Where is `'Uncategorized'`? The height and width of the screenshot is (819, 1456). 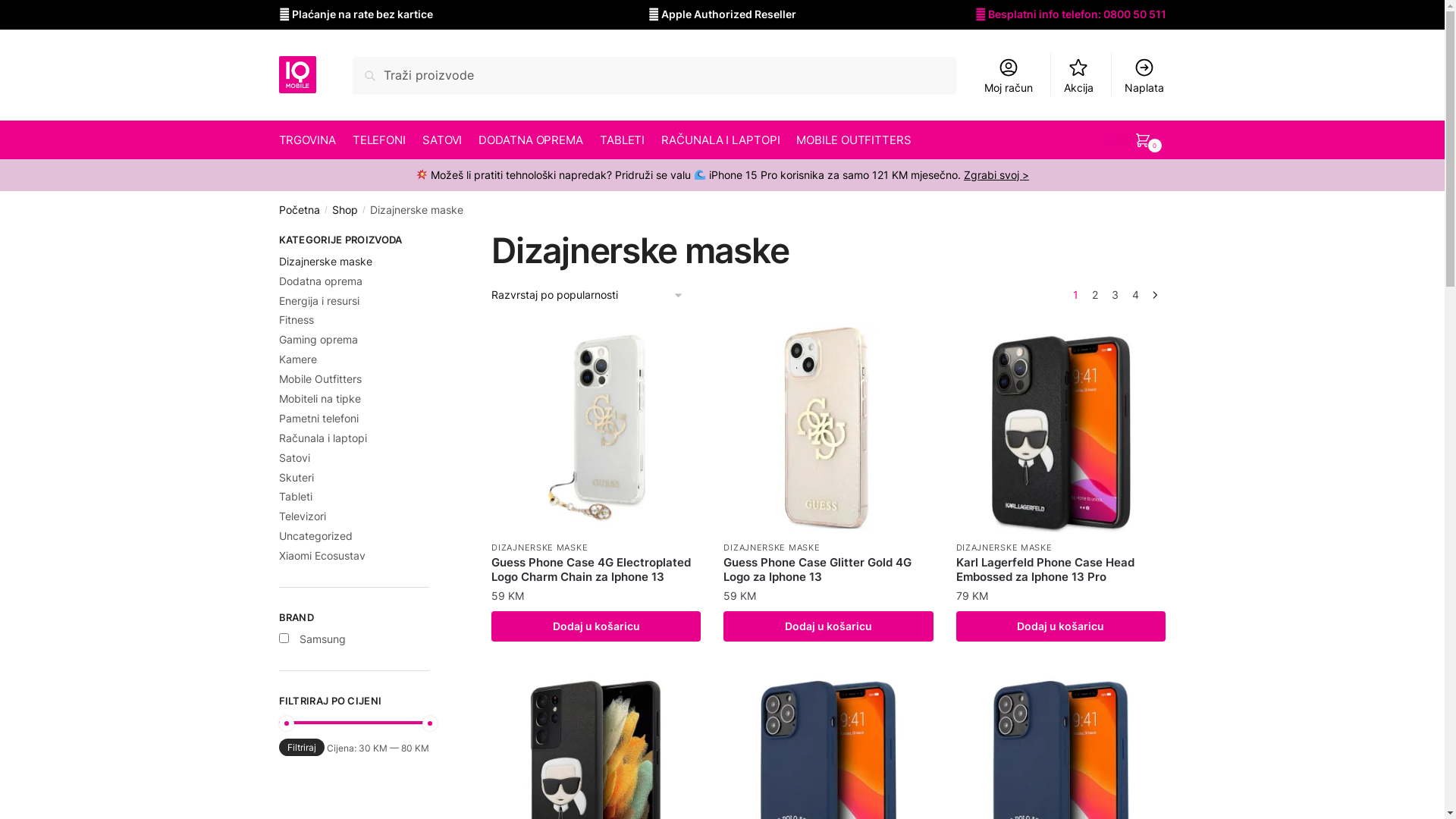
'Uncategorized' is located at coordinates (315, 535).